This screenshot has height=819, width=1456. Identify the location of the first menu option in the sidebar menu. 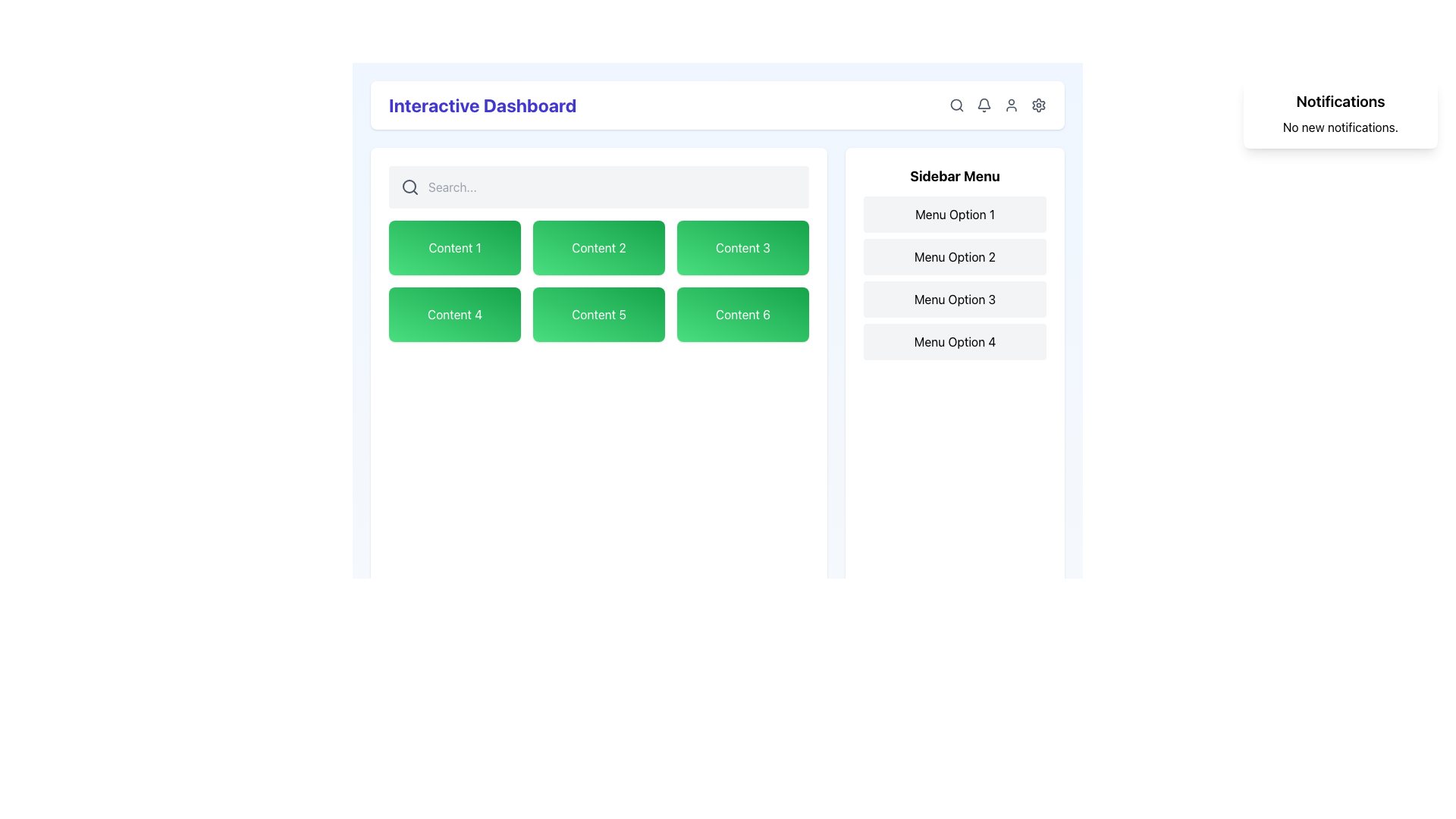
(954, 214).